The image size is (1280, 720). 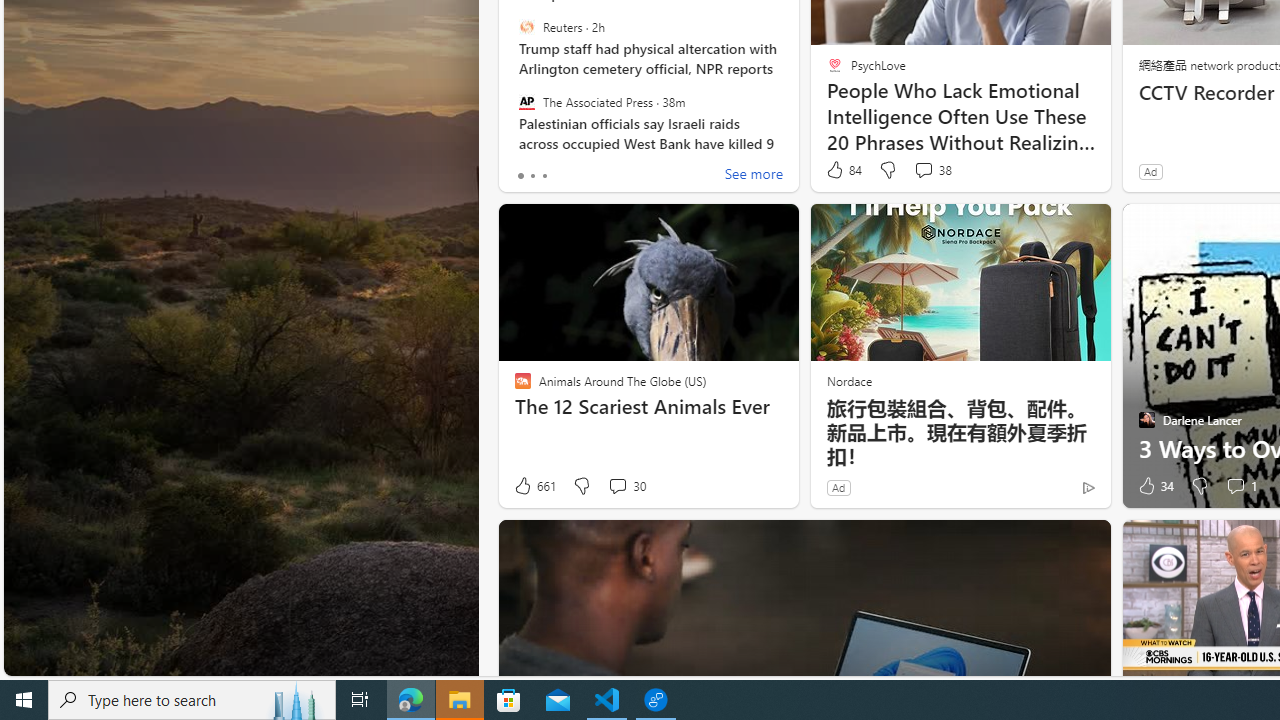 I want to click on 'tab-2', so click(x=544, y=175).